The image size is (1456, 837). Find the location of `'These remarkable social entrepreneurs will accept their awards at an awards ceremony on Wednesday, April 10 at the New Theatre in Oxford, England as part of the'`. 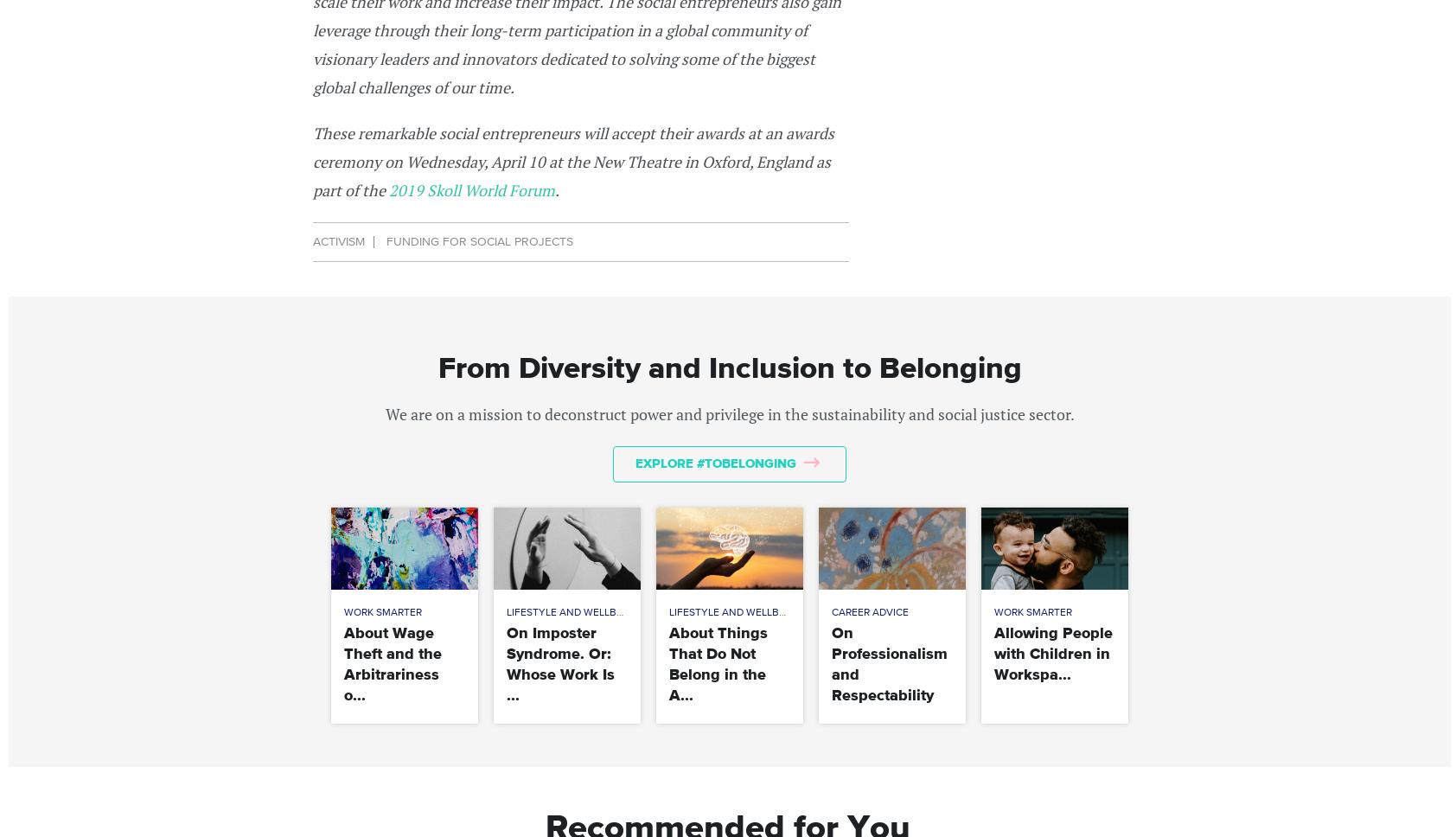

'These remarkable social entrepreneurs will accept their awards at an awards ceremony on Wednesday, April 10 at the New Theatre in Oxford, England as part of the' is located at coordinates (313, 160).